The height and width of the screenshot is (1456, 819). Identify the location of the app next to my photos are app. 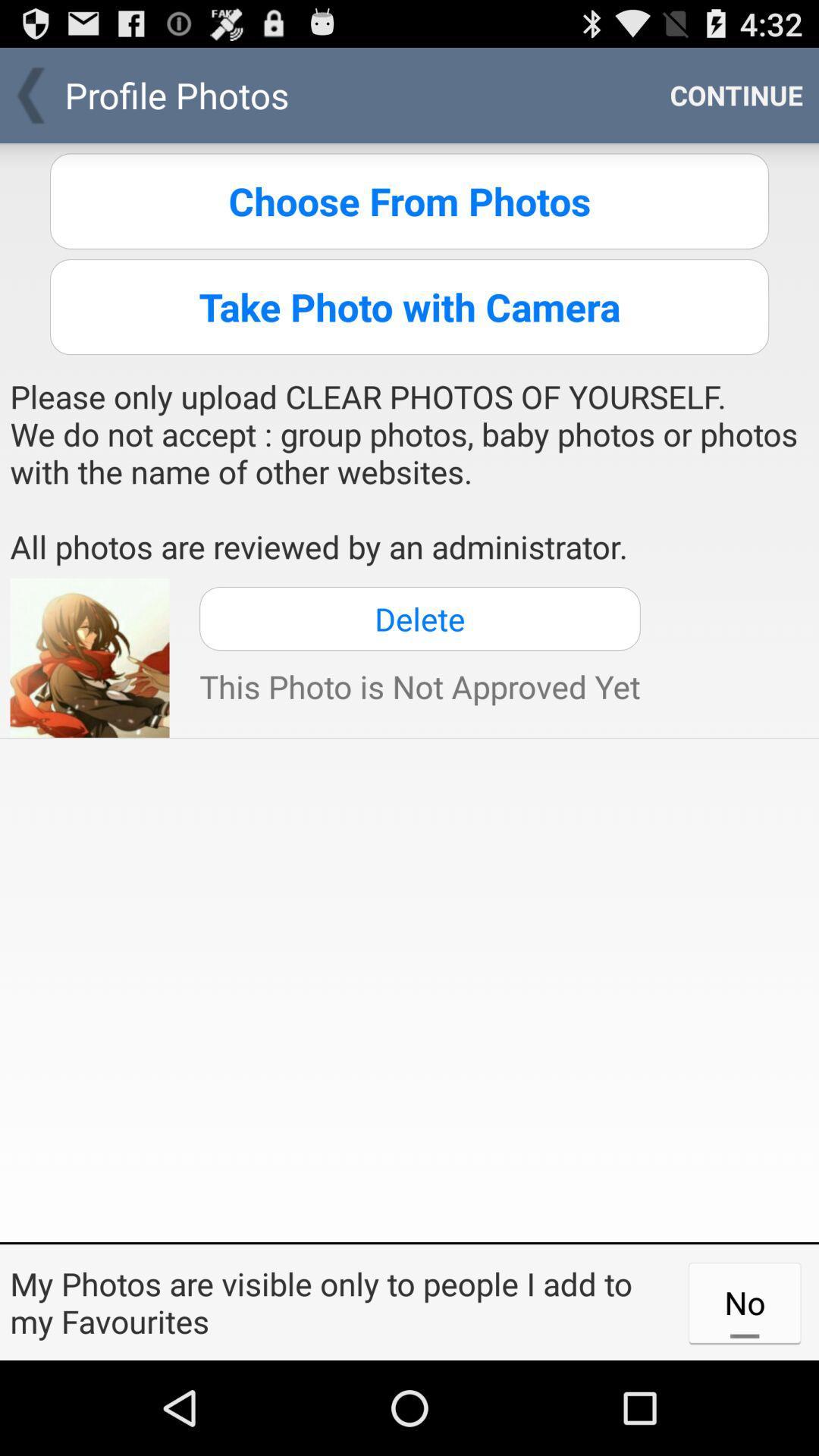
(744, 1301).